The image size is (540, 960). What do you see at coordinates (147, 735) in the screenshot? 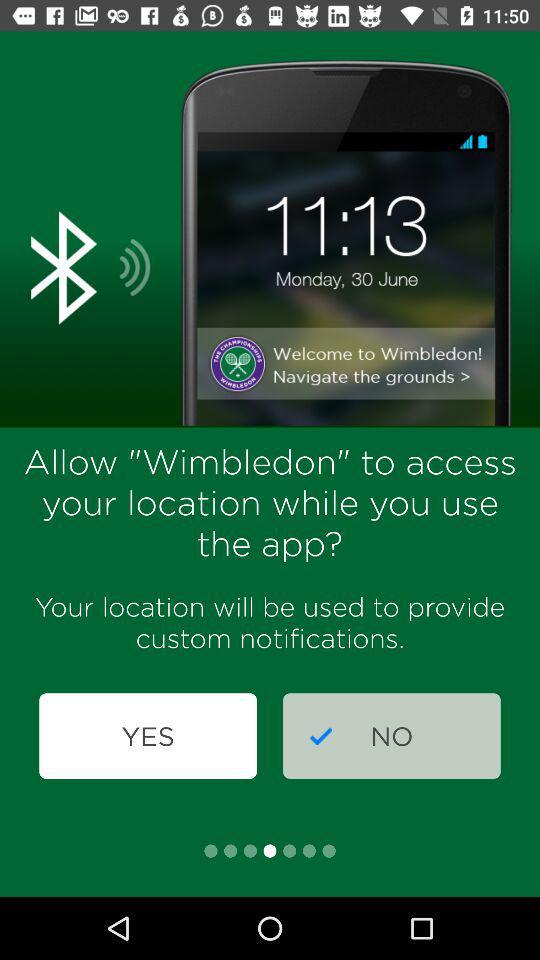
I see `icon at the bottom left corner` at bounding box center [147, 735].